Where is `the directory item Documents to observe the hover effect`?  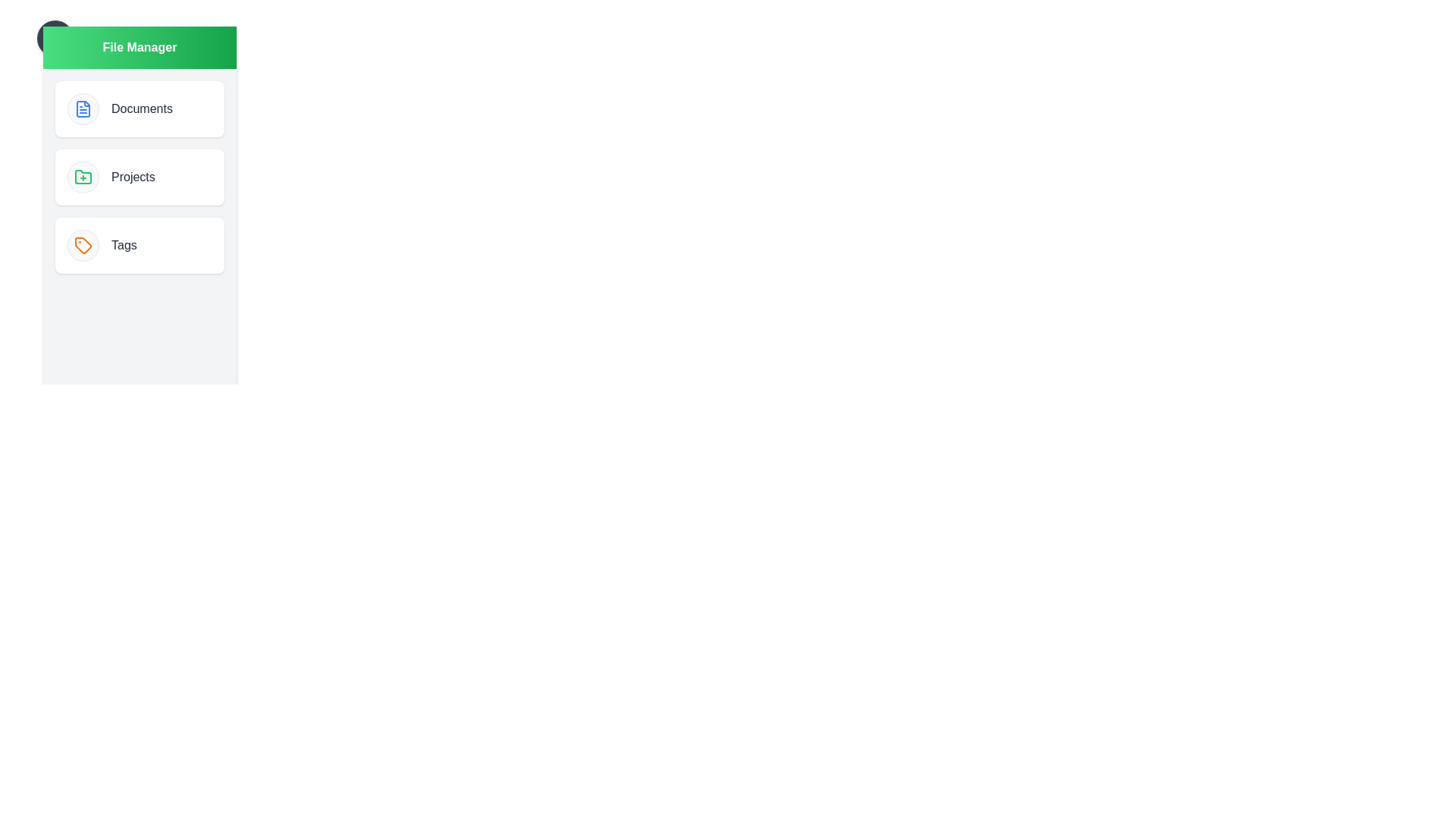
the directory item Documents to observe the hover effect is located at coordinates (140, 108).